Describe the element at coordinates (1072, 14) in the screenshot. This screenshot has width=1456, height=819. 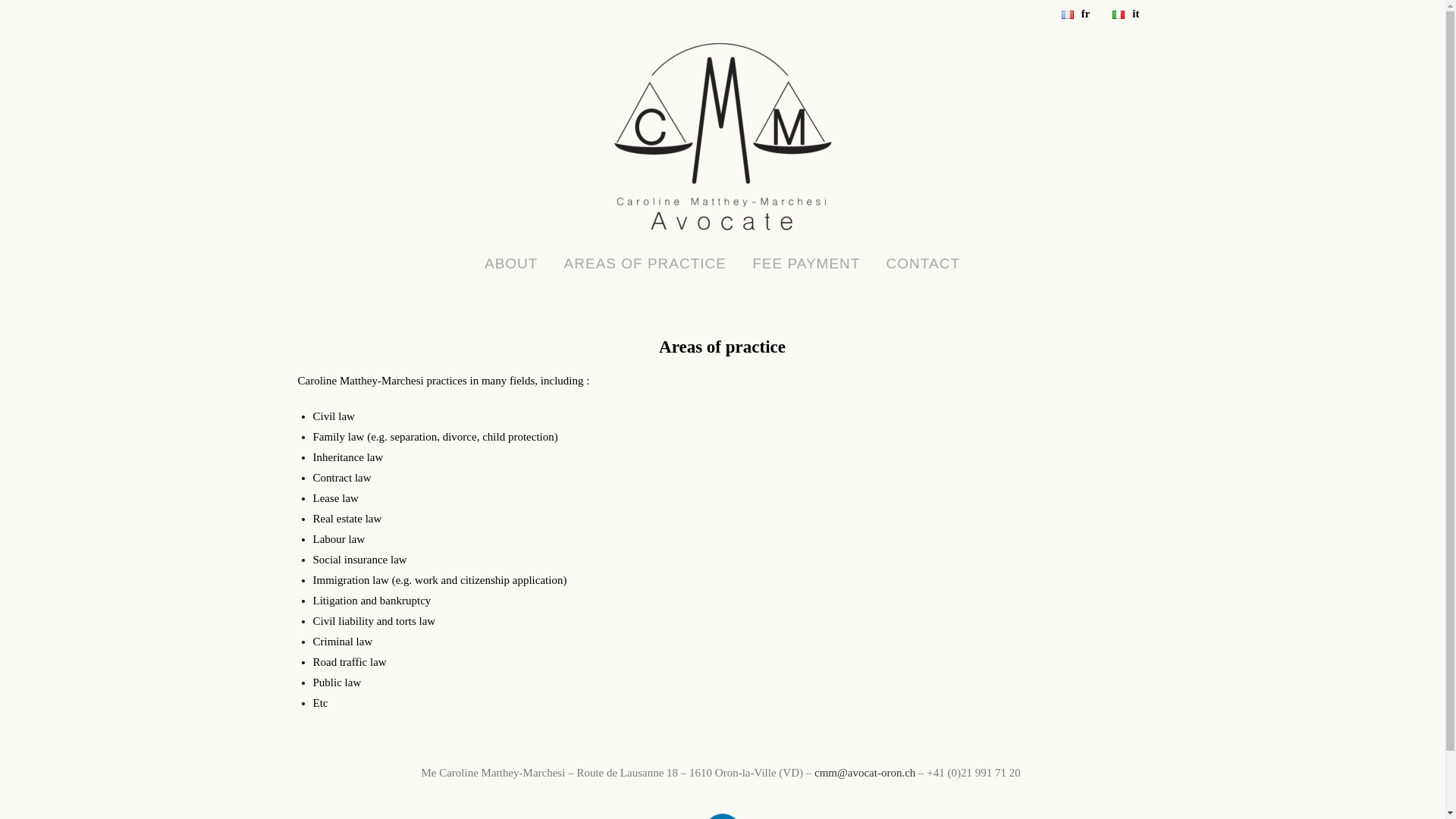
I see `'fr'` at that location.